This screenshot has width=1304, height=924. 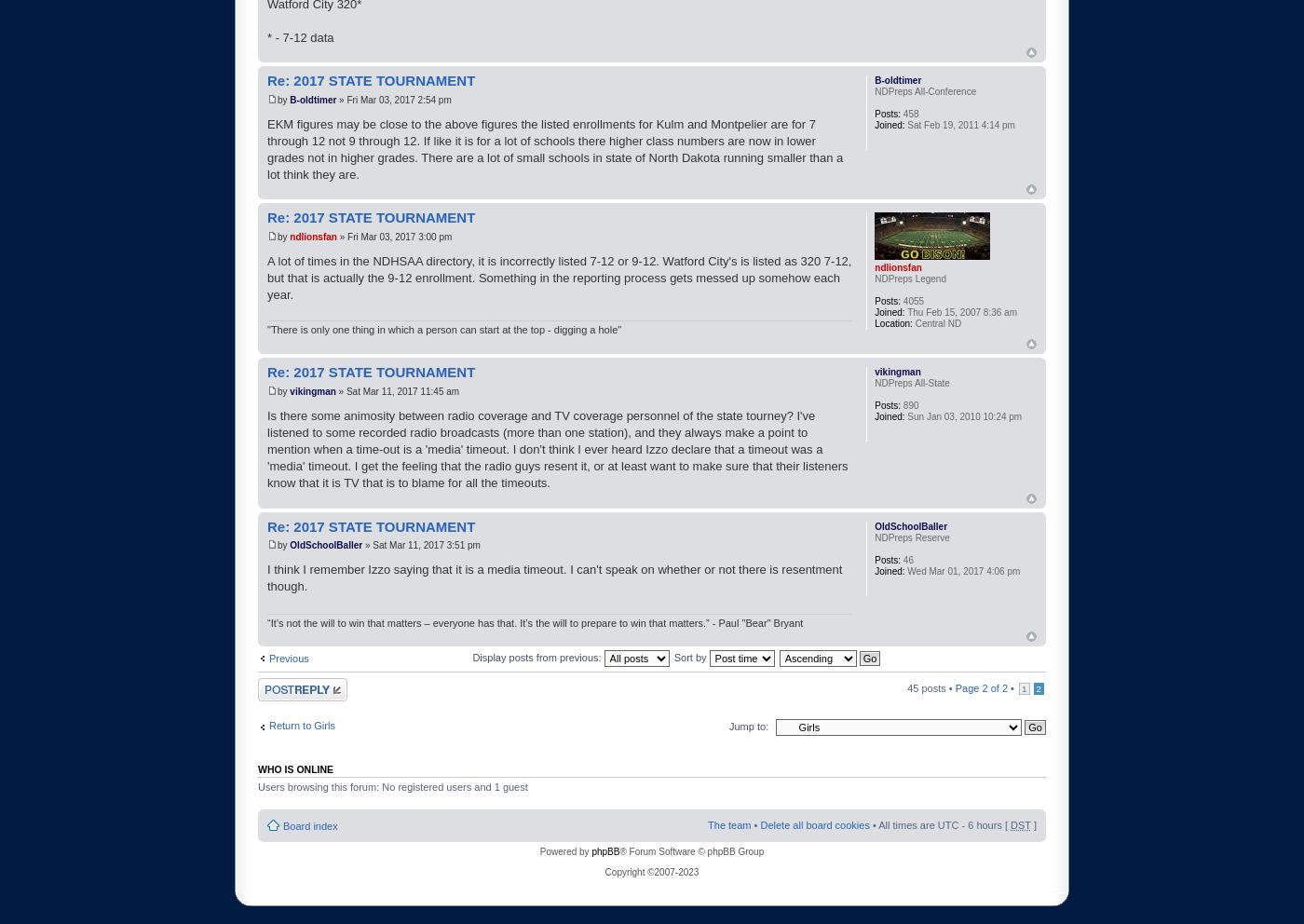 I want to click on 'EKM figures may be close to the above figures the listed enrollments for Kulm and Montpelier are for 7 through 12 not 9 through 12. If like it is for a lot of schools there higher class numbers are now in lower grades not in higher grades. There are a lot of small schools in state of North Dakota running smaller than a lot think they are.', so click(x=554, y=149).